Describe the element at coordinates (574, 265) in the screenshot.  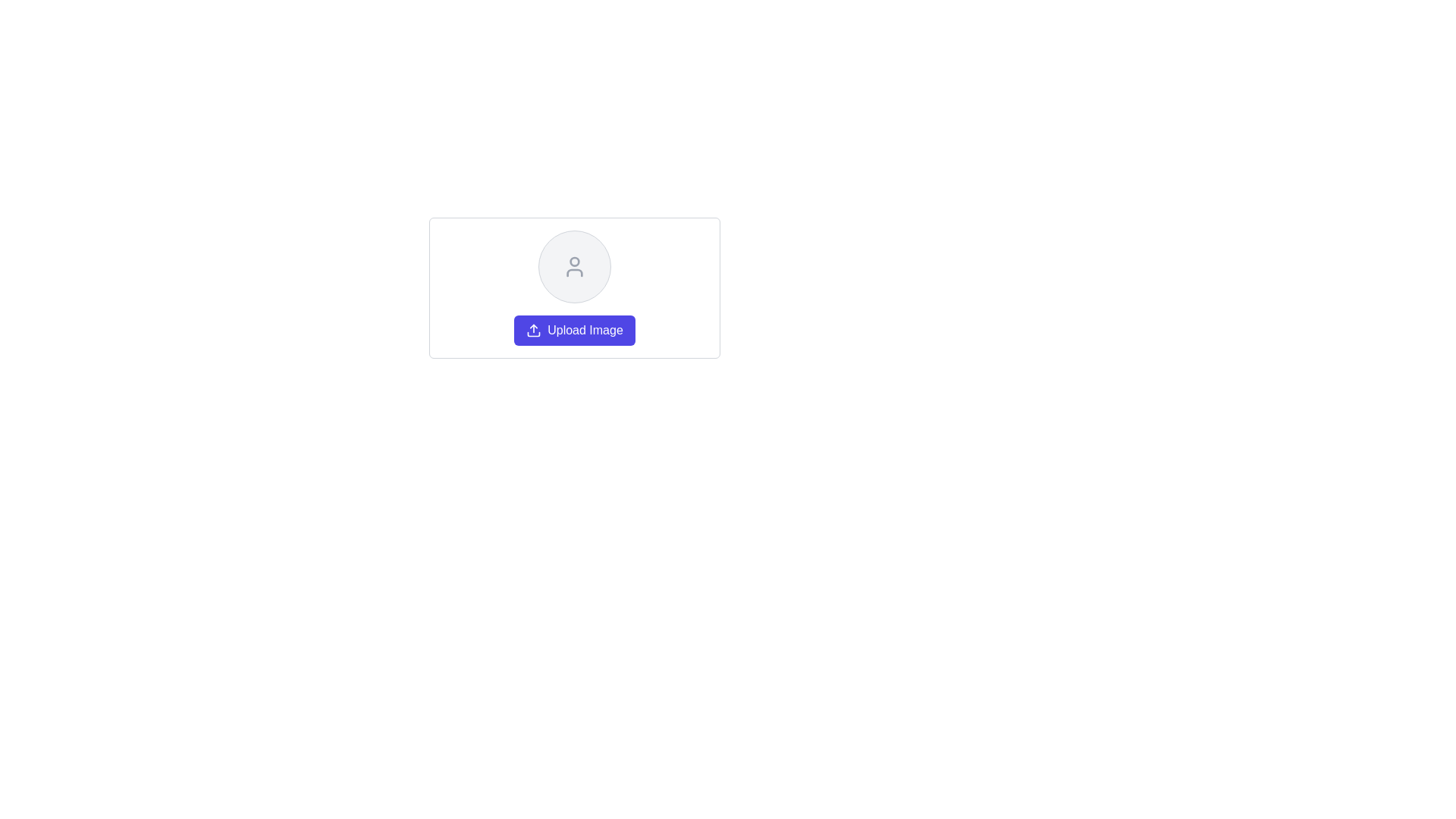
I see `the user icon element, which is represented by a minimalistic gray figure of a person's head and shoulders, located above the 'Upload Image' button` at that location.